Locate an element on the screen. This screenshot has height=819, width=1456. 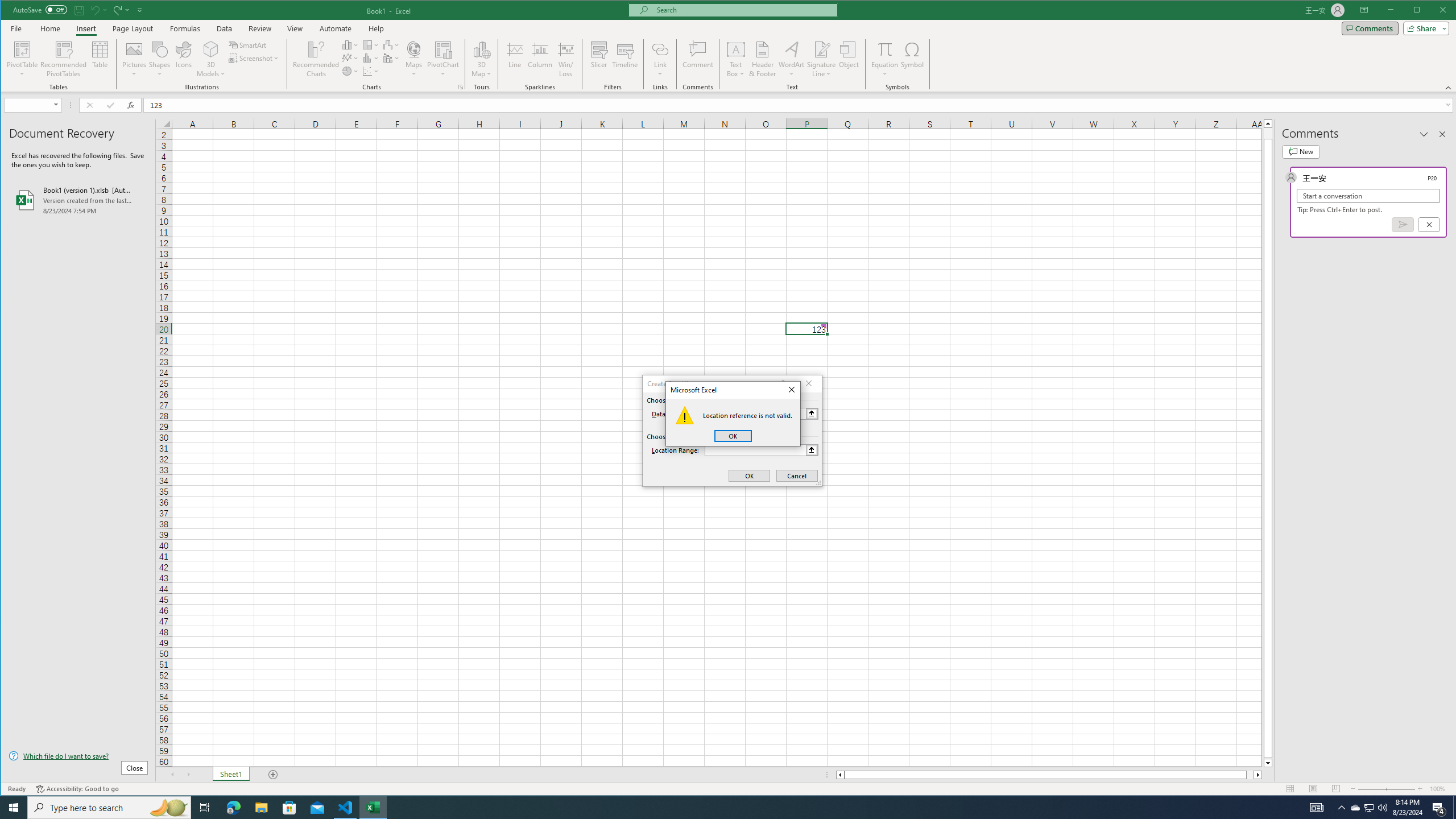
'Excel - 1 running window' is located at coordinates (373, 806).